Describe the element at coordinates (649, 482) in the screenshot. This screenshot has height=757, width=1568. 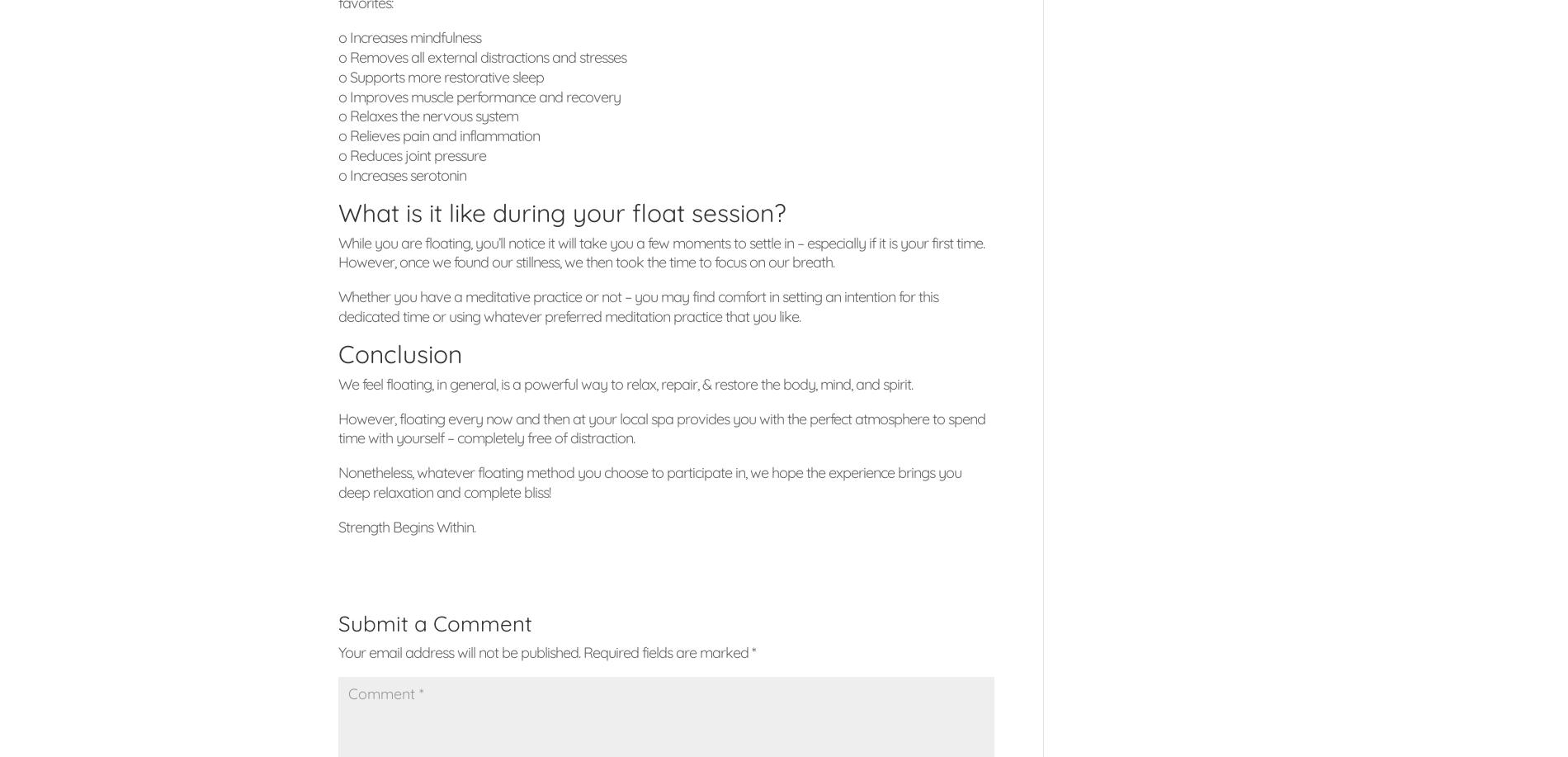
I see `'Nonetheless, whatever floating method you choose to participate in, we hope the experience brings you deep relaxation and complete bliss!'` at that location.